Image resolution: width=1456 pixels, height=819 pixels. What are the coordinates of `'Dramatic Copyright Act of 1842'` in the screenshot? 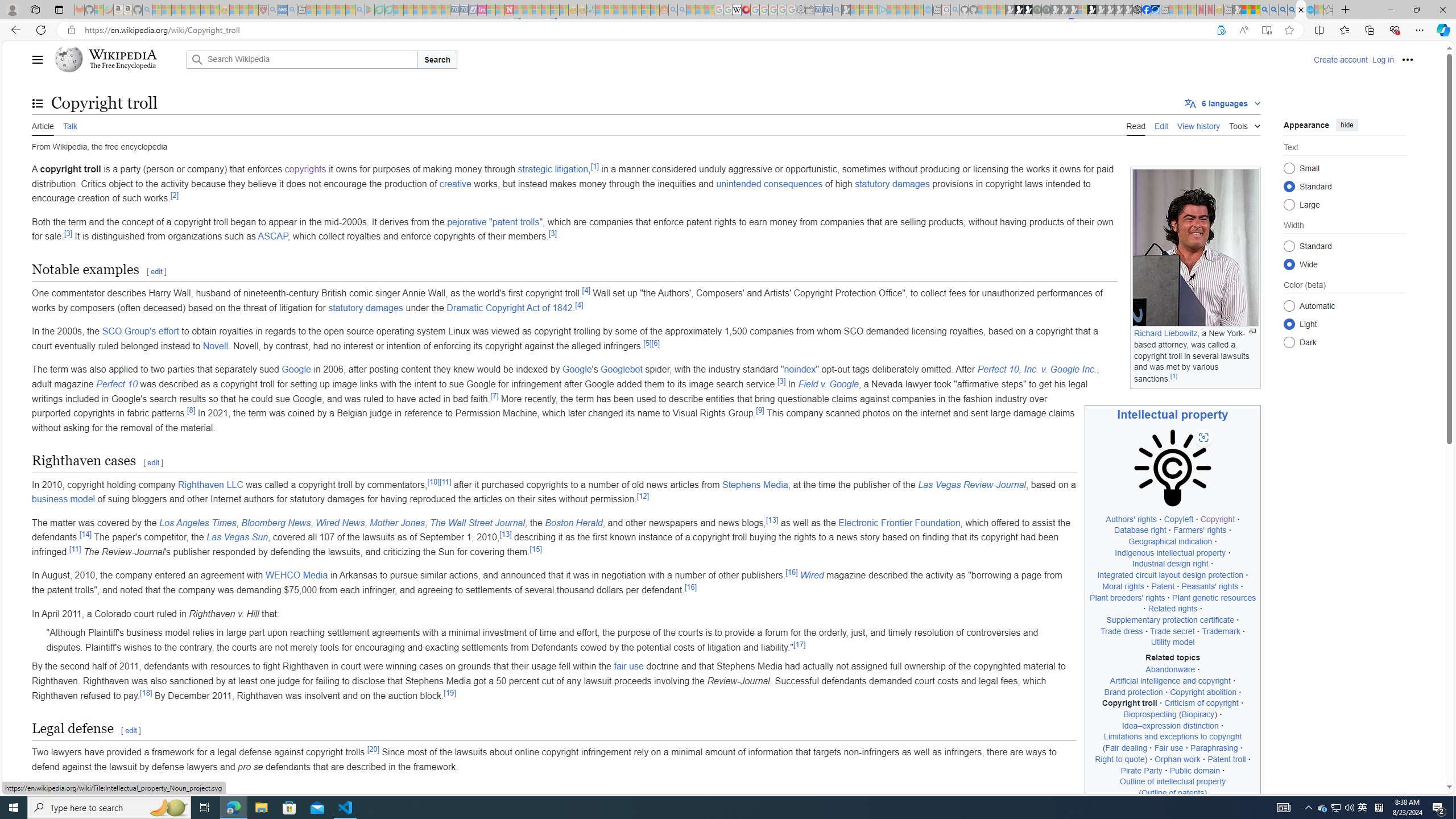 It's located at (510, 307).